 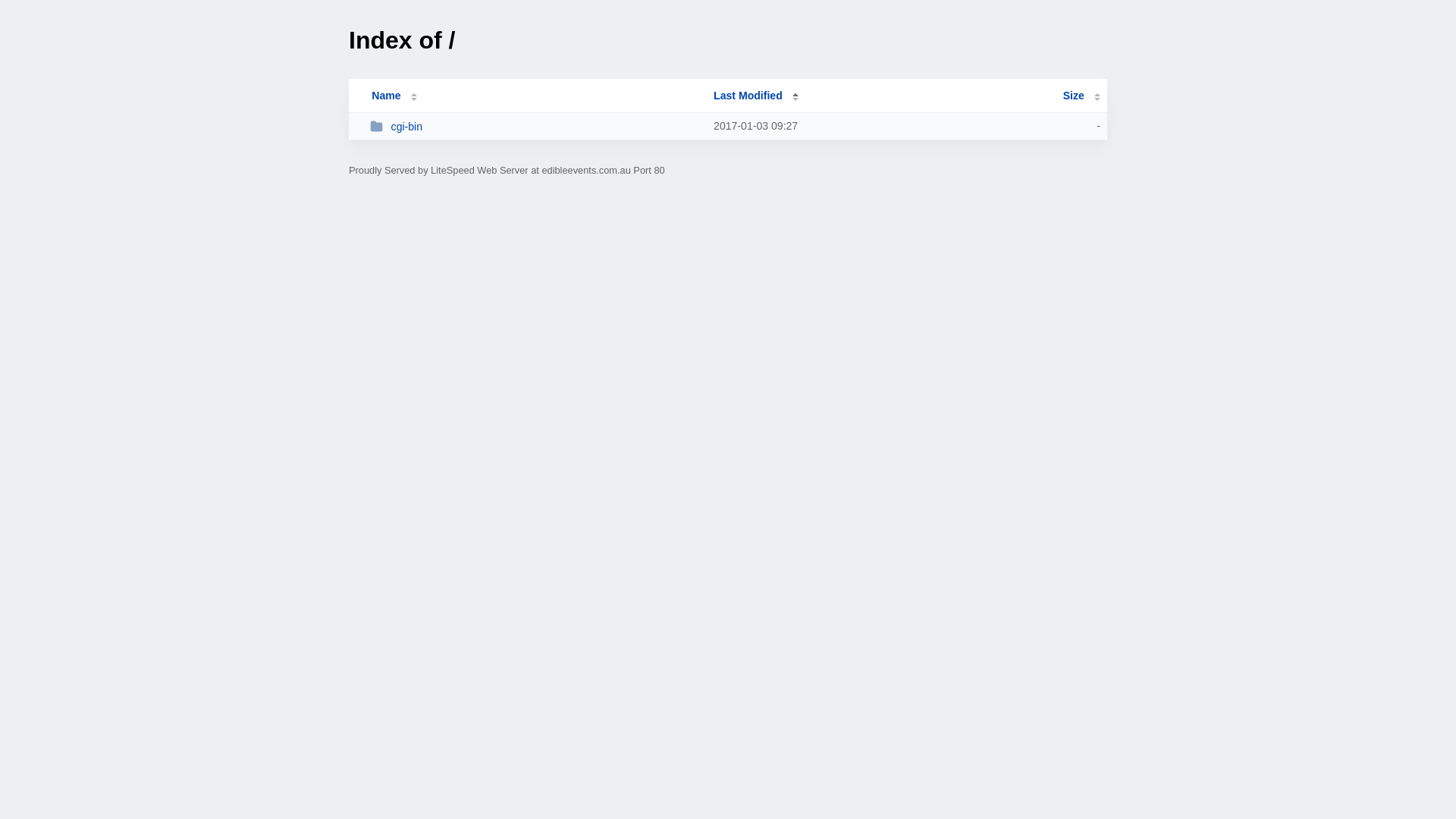 What do you see at coordinates (1081, 96) in the screenshot?
I see `'Size'` at bounding box center [1081, 96].